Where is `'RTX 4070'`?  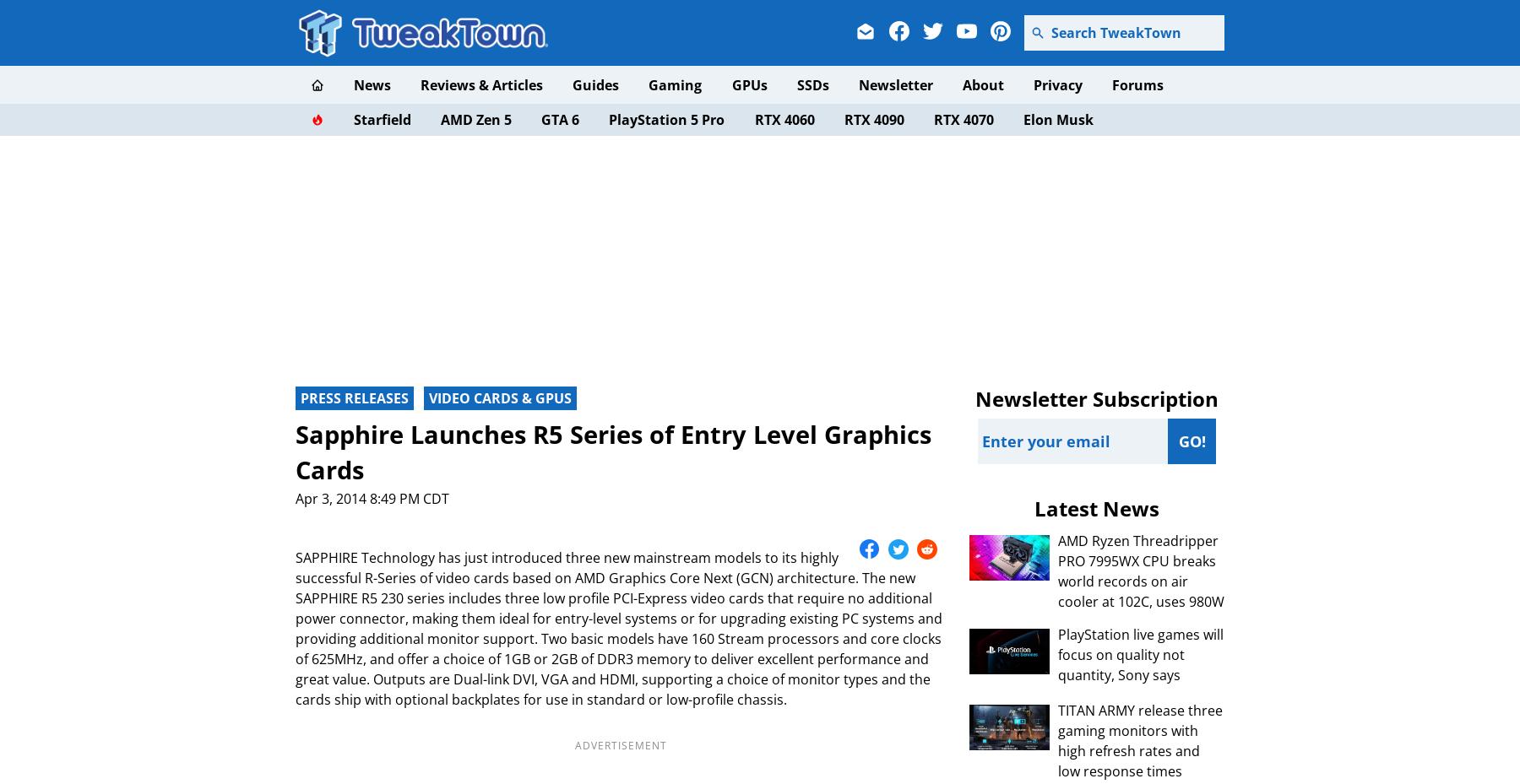
'RTX 4070' is located at coordinates (933, 119).